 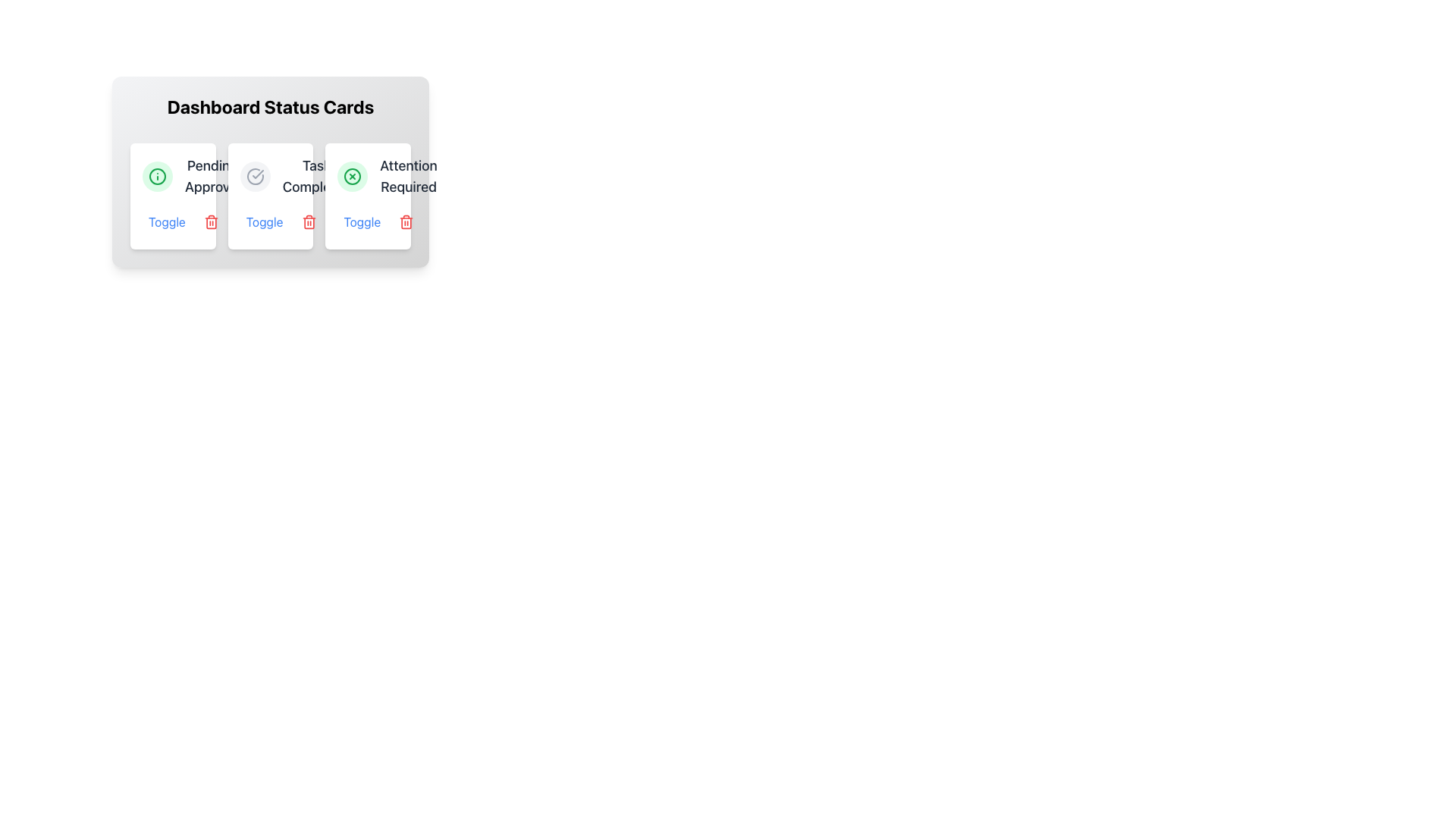 What do you see at coordinates (352, 175) in the screenshot?
I see `the decorative SVG graphical element representing 'Attention Required' on the far right of the 'Dashboard Status Cards' interface` at bounding box center [352, 175].